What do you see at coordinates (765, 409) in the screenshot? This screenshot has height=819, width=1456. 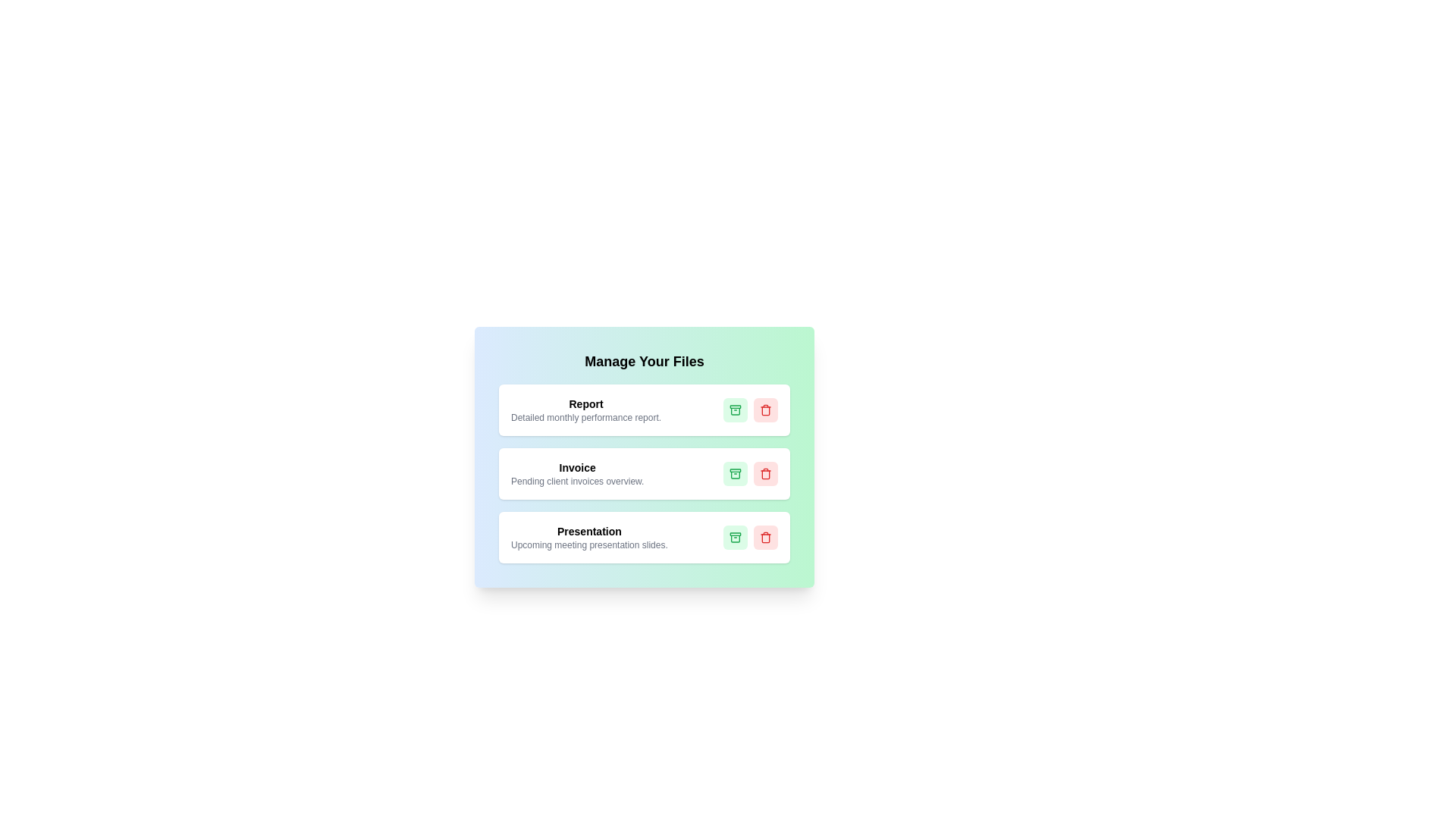 I see `the remove button of the card with title Report` at bounding box center [765, 409].